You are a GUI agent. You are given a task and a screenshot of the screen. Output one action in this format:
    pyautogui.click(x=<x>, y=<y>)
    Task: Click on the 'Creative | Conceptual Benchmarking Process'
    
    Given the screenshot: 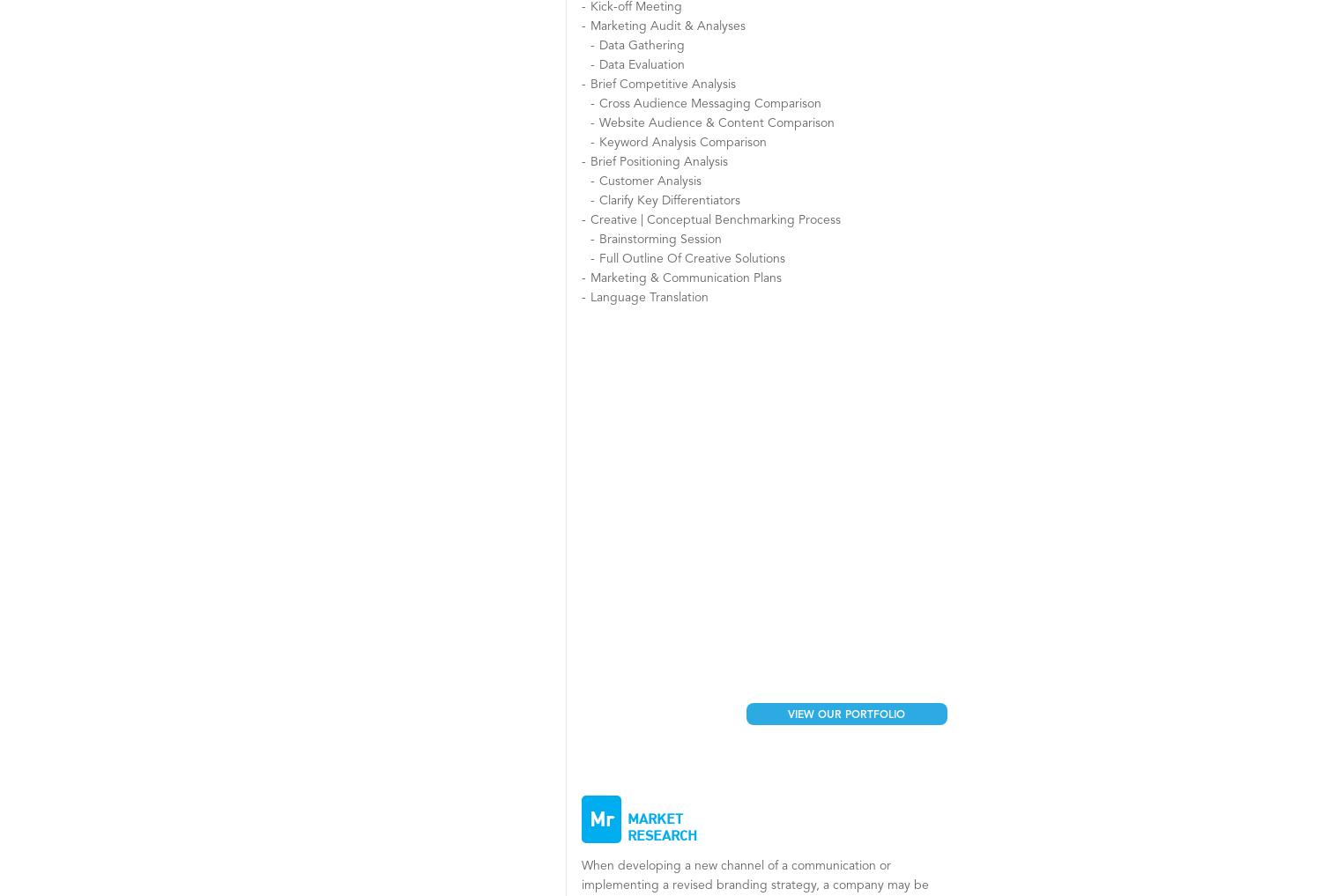 What is the action you would take?
    pyautogui.click(x=715, y=218)
    